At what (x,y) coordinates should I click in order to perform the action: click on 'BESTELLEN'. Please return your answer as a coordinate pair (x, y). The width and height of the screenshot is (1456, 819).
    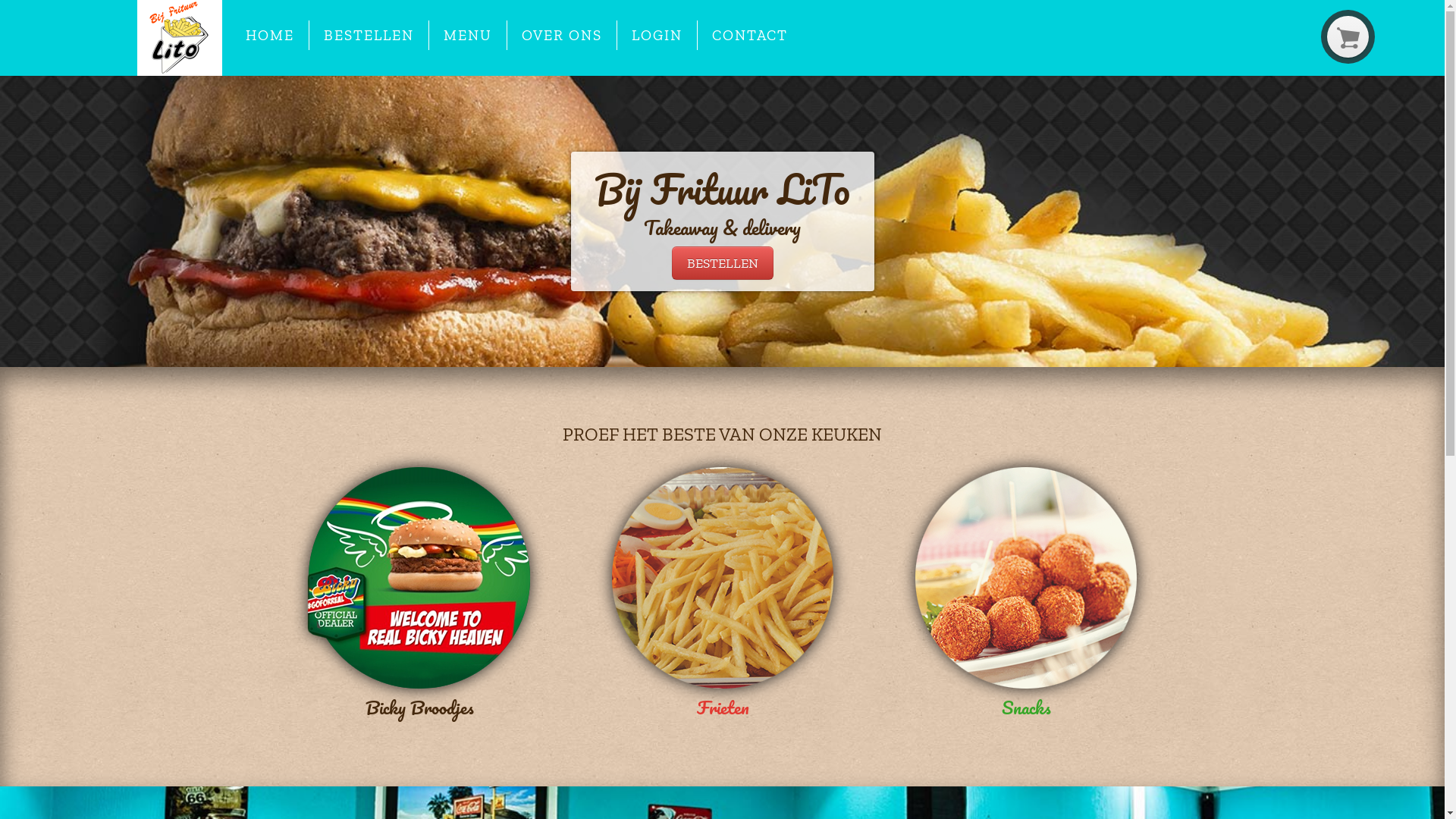
    Looking at the image, I should click on (369, 34).